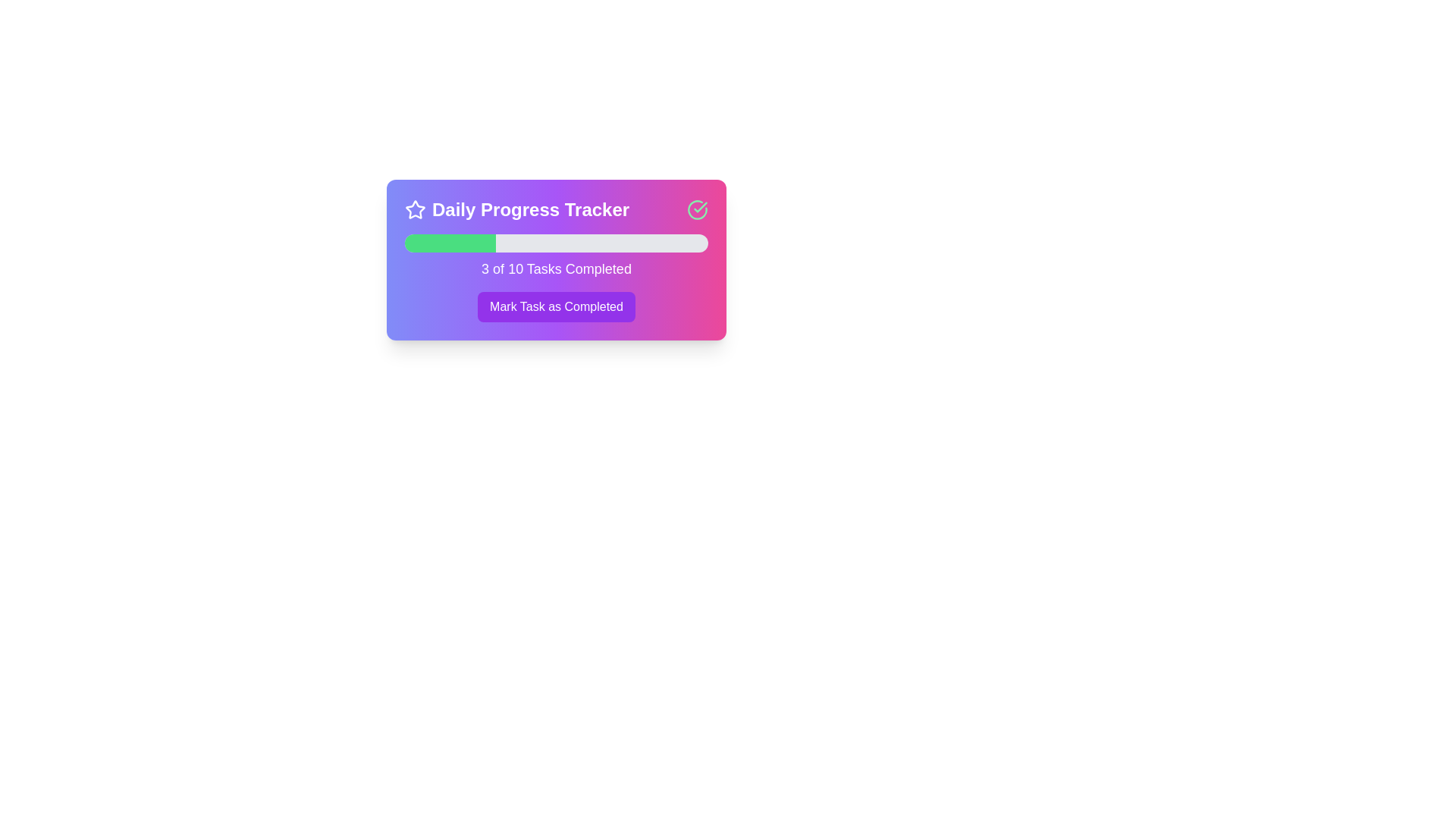 This screenshot has height=819, width=1456. Describe the element at coordinates (697, 210) in the screenshot. I see `the circular icon with a green checkmark inside it, located at the far right end of the 'Daily Progress Tracker' title bar` at that location.